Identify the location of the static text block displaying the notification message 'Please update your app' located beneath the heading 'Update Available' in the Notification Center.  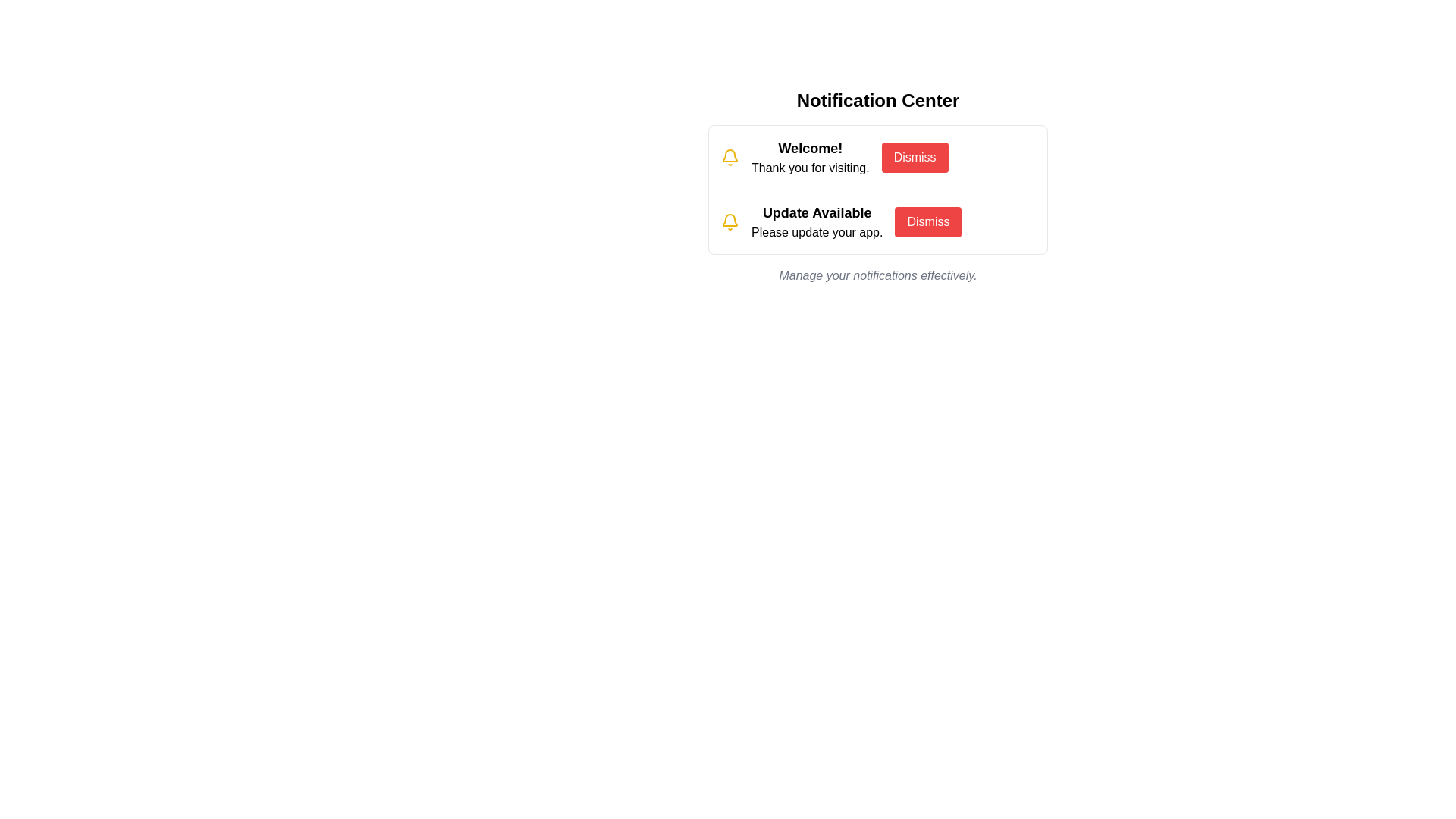
(816, 233).